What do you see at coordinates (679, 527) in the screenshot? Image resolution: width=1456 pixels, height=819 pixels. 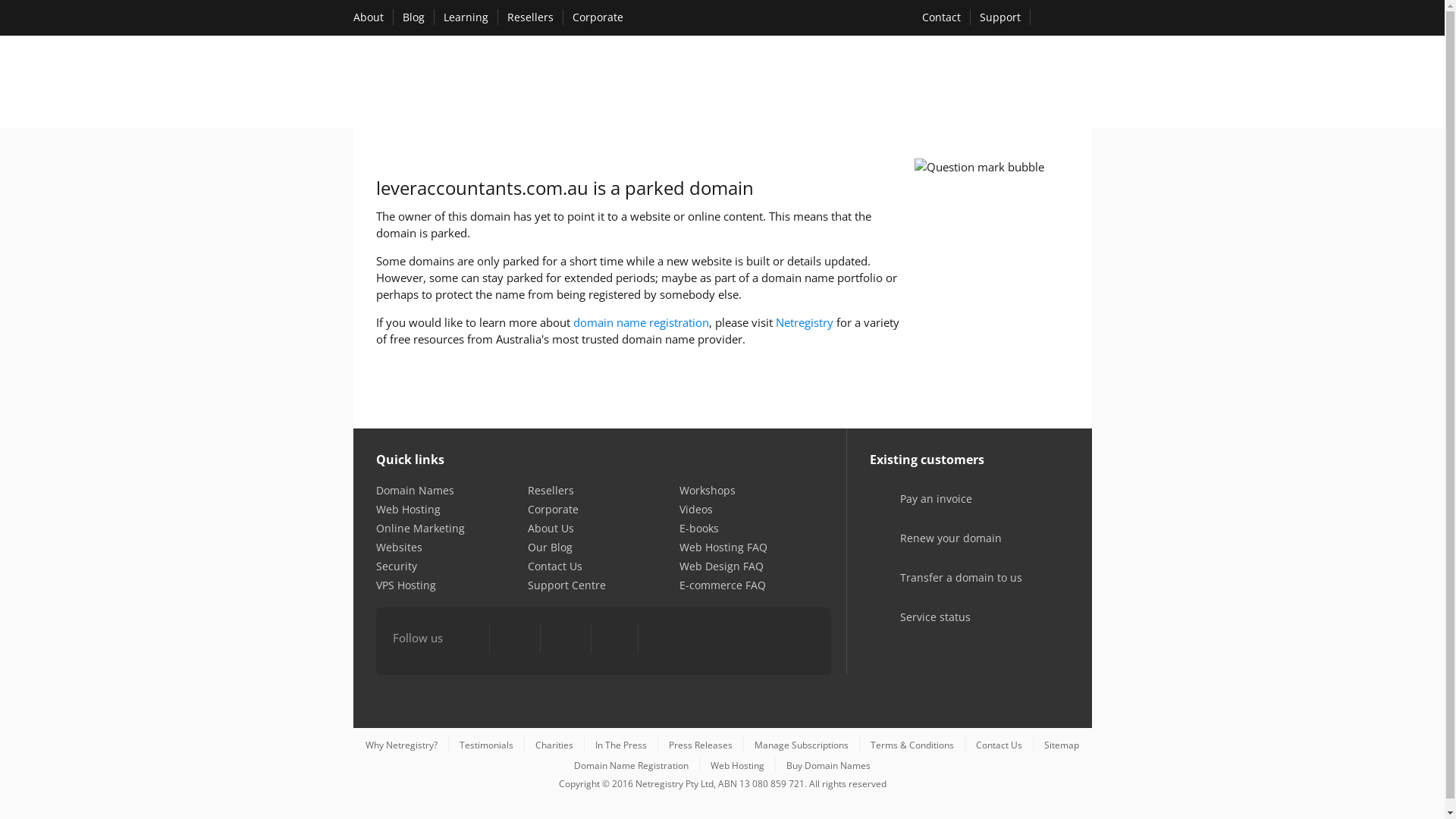 I see `'E-books'` at bounding box center [679, 527].